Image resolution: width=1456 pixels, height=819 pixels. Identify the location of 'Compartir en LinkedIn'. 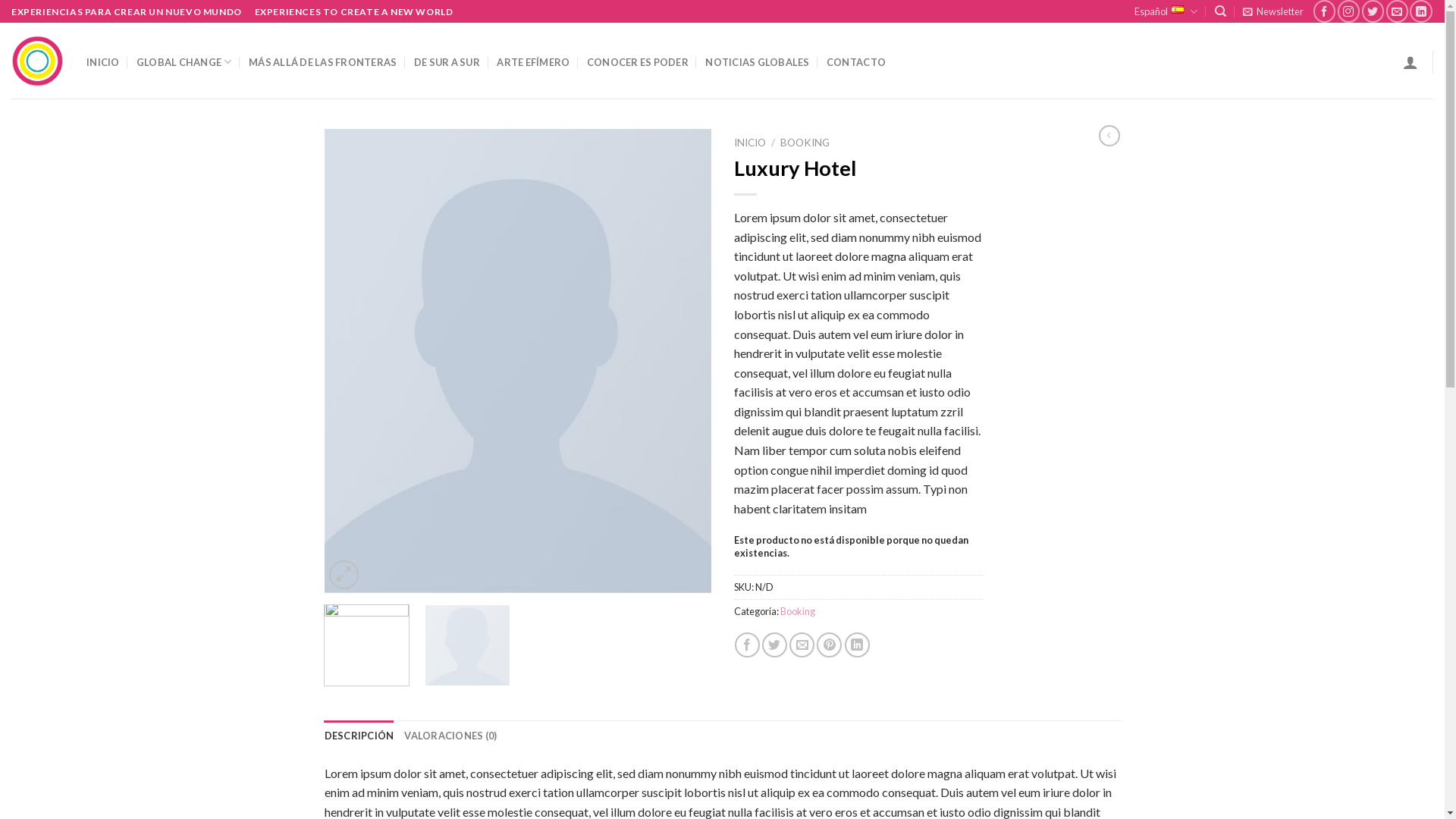
(857, 645).